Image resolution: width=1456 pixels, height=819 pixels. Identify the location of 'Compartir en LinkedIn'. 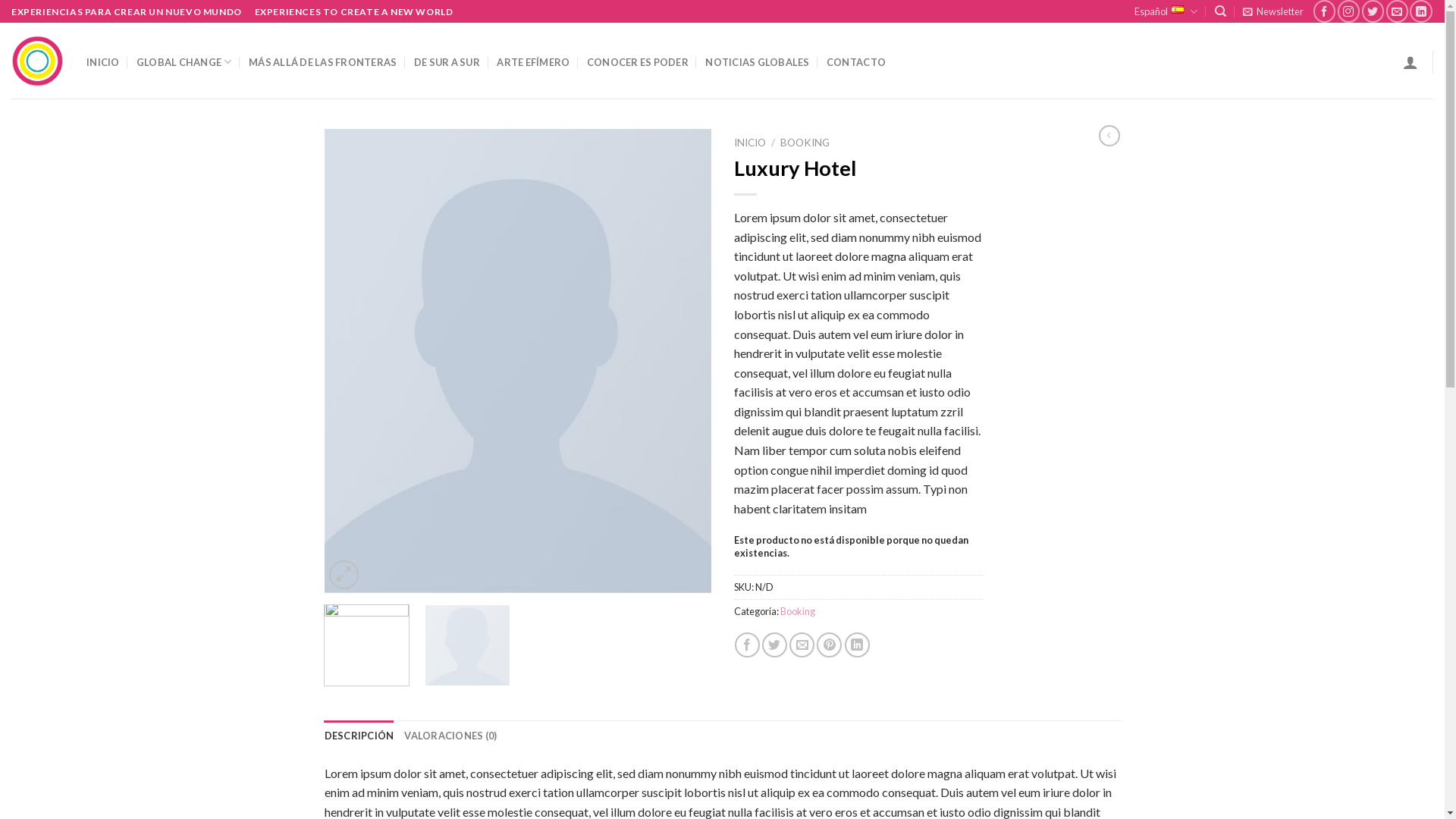
(857, 645).